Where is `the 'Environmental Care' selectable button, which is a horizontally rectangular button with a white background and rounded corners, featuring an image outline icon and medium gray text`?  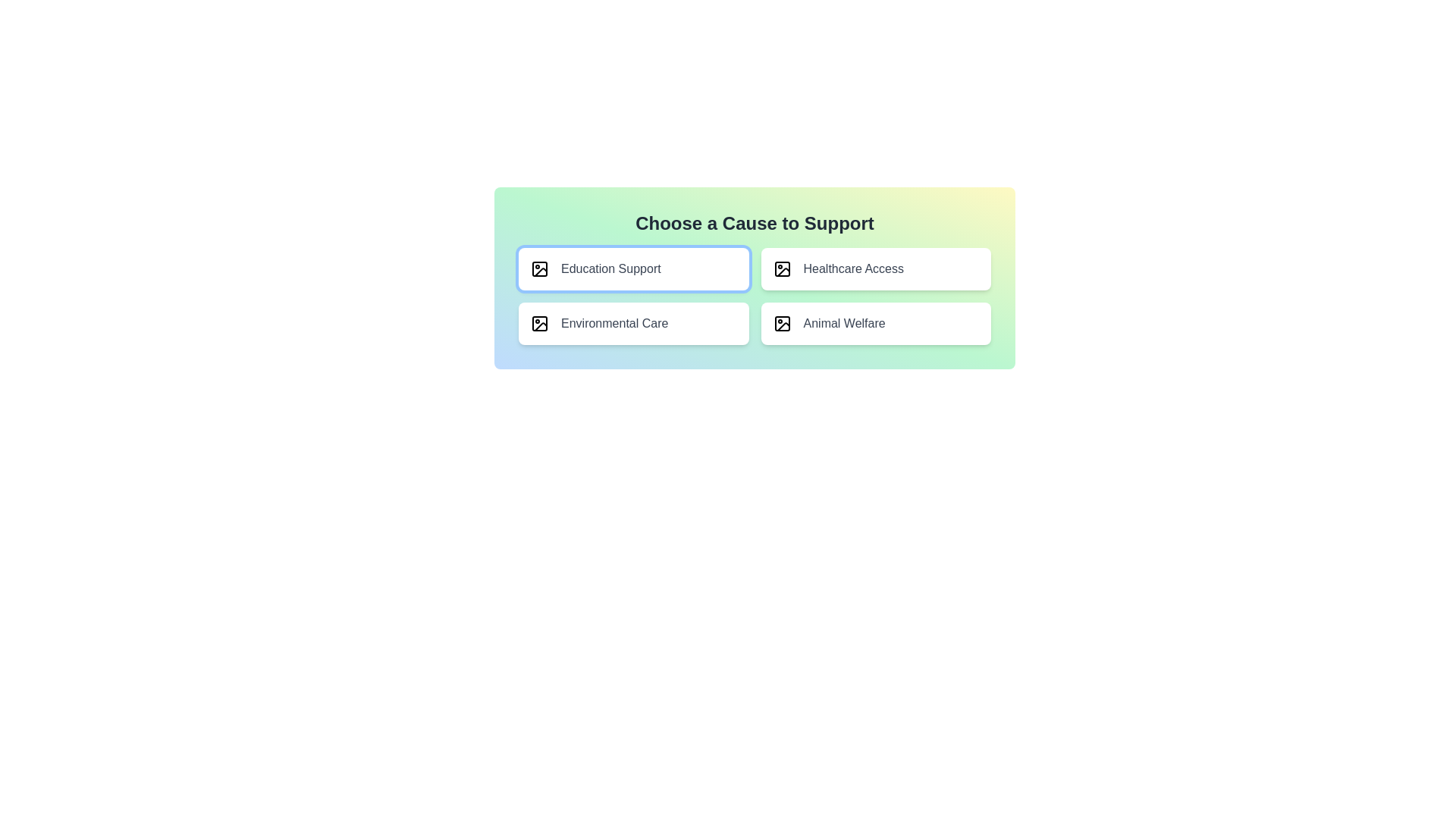 the 'Environmental Care' selectable button, which is a horizontally rectangular button with a white background and rounded corners, featuring an image outline icon and medium gray text is located at coordinates (633, 323).